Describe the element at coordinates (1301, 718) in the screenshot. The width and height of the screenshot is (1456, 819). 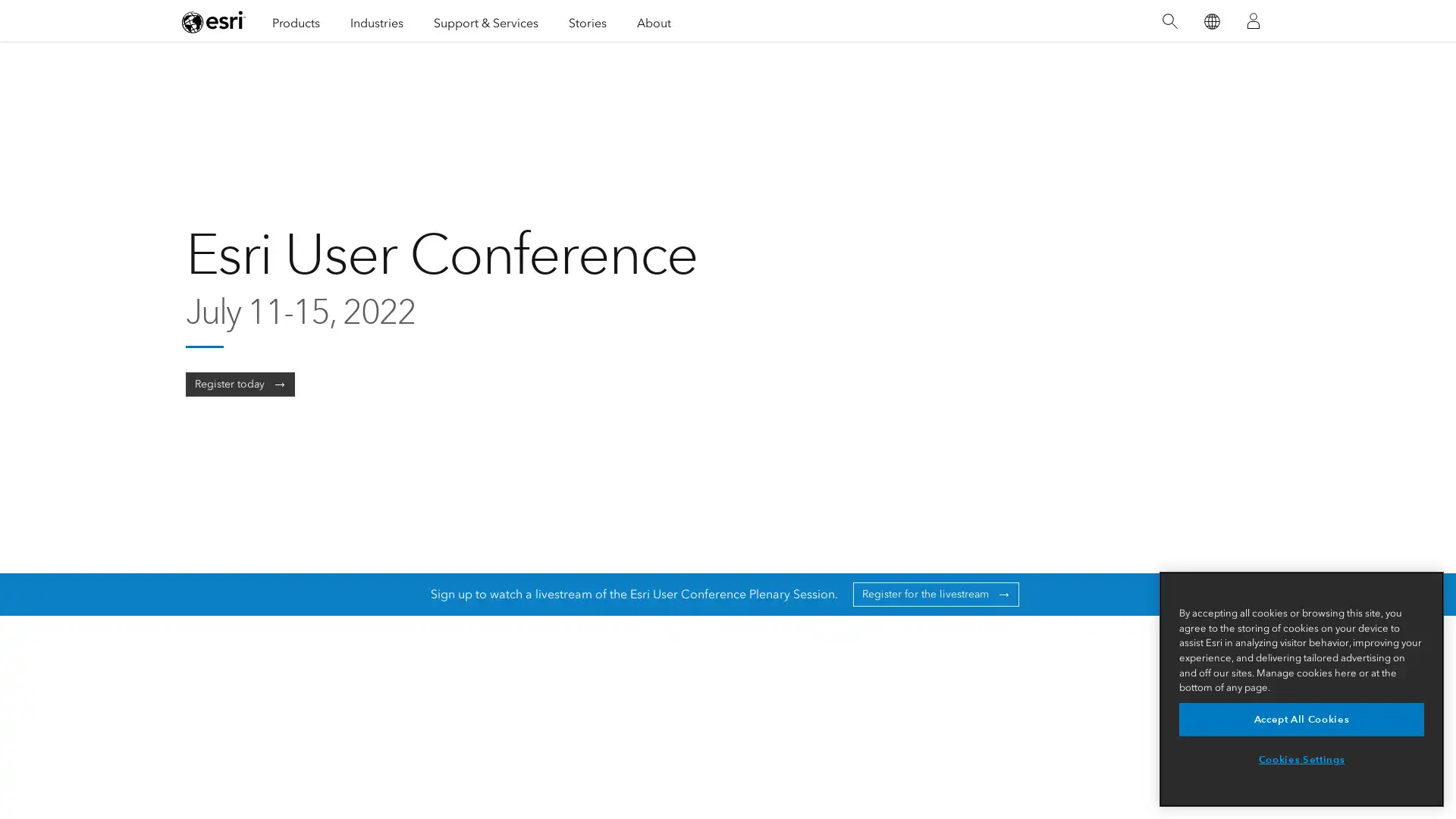
I see `Accept All Cookies` at that location.